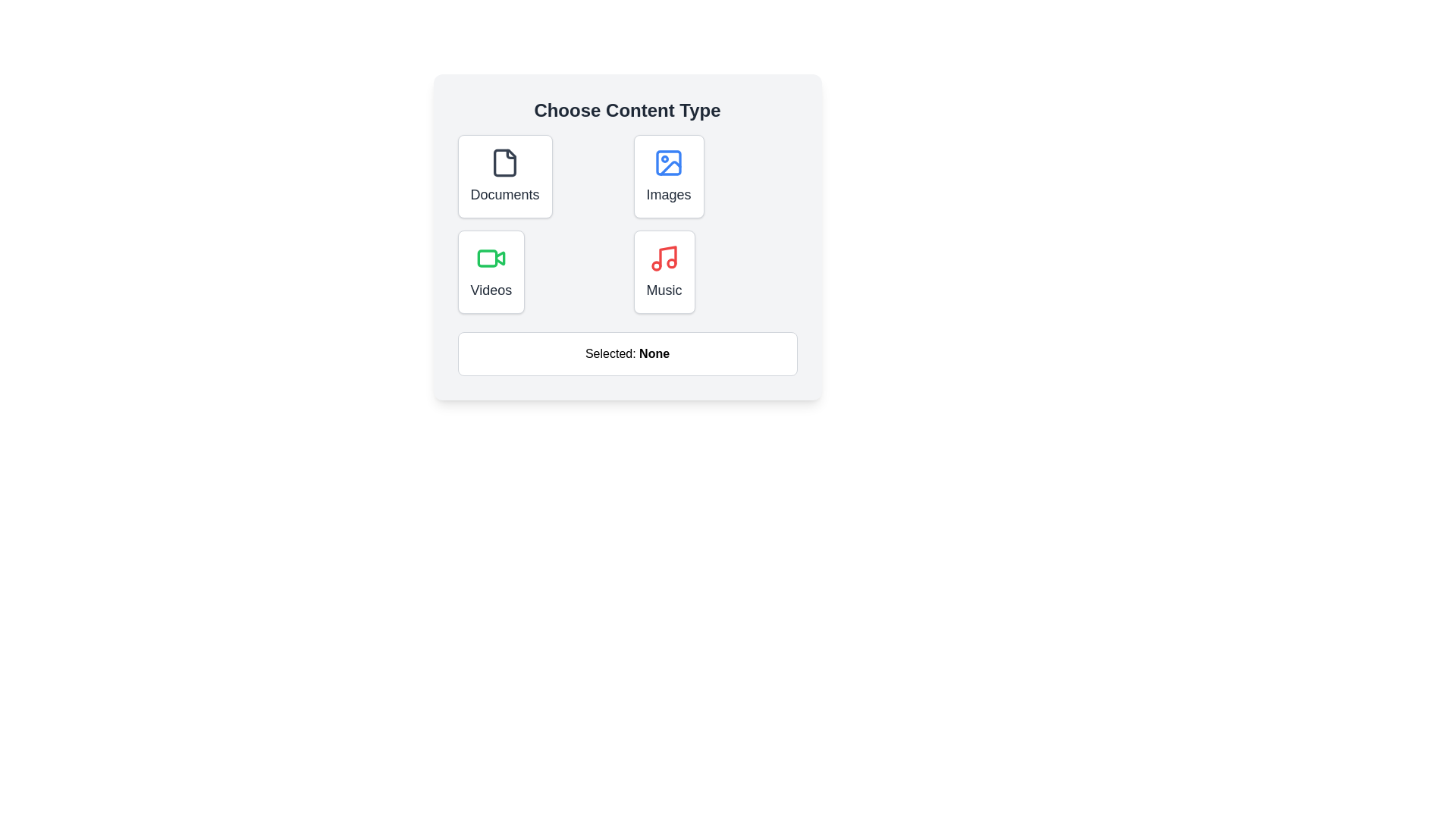 The image size is (1456, 819). I want to click on the content type Images to update the 'Selected' area, so click(668, 175).